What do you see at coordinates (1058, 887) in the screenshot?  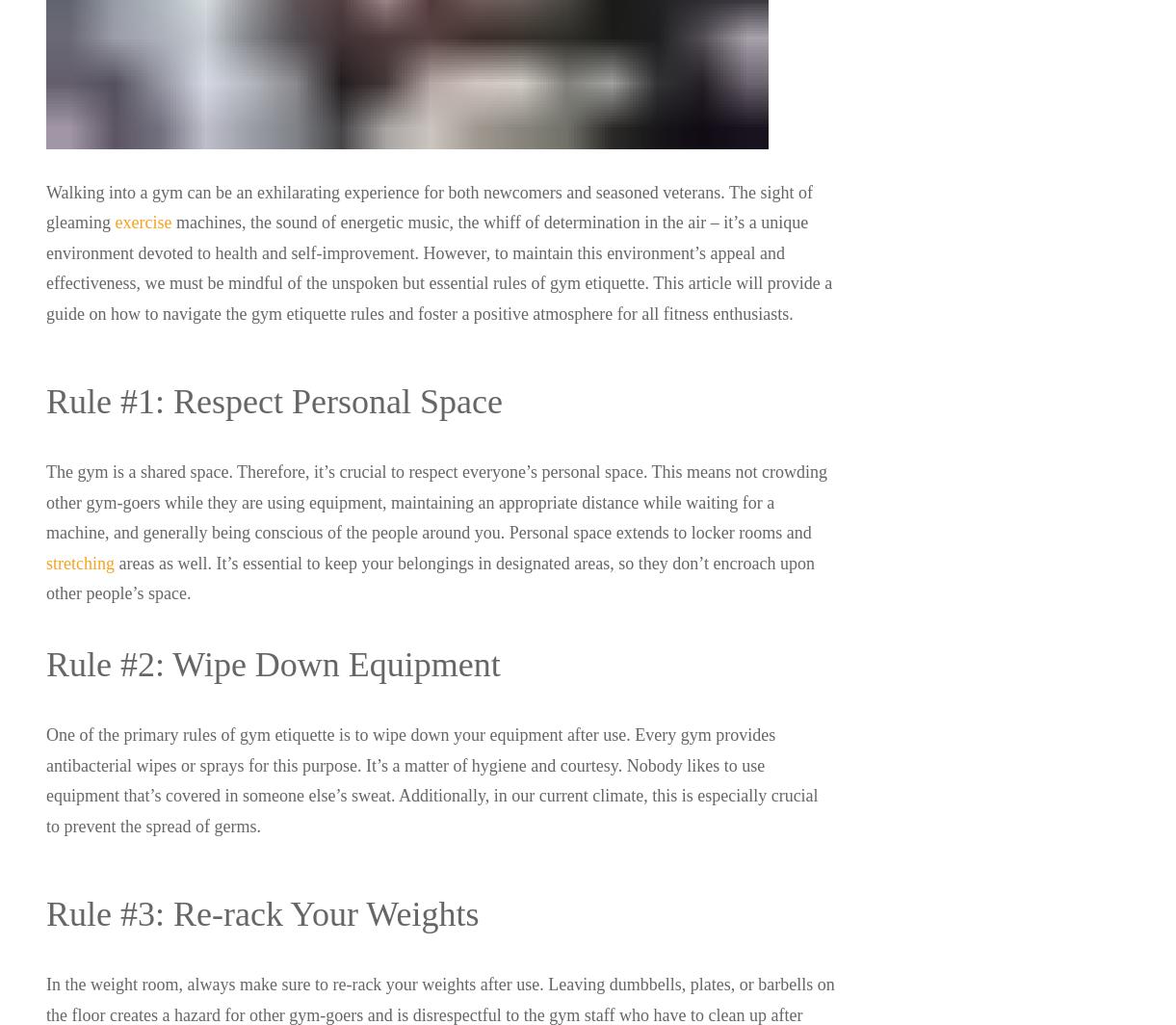 I see `'Instagram'` at bounding box center [1058, 887].